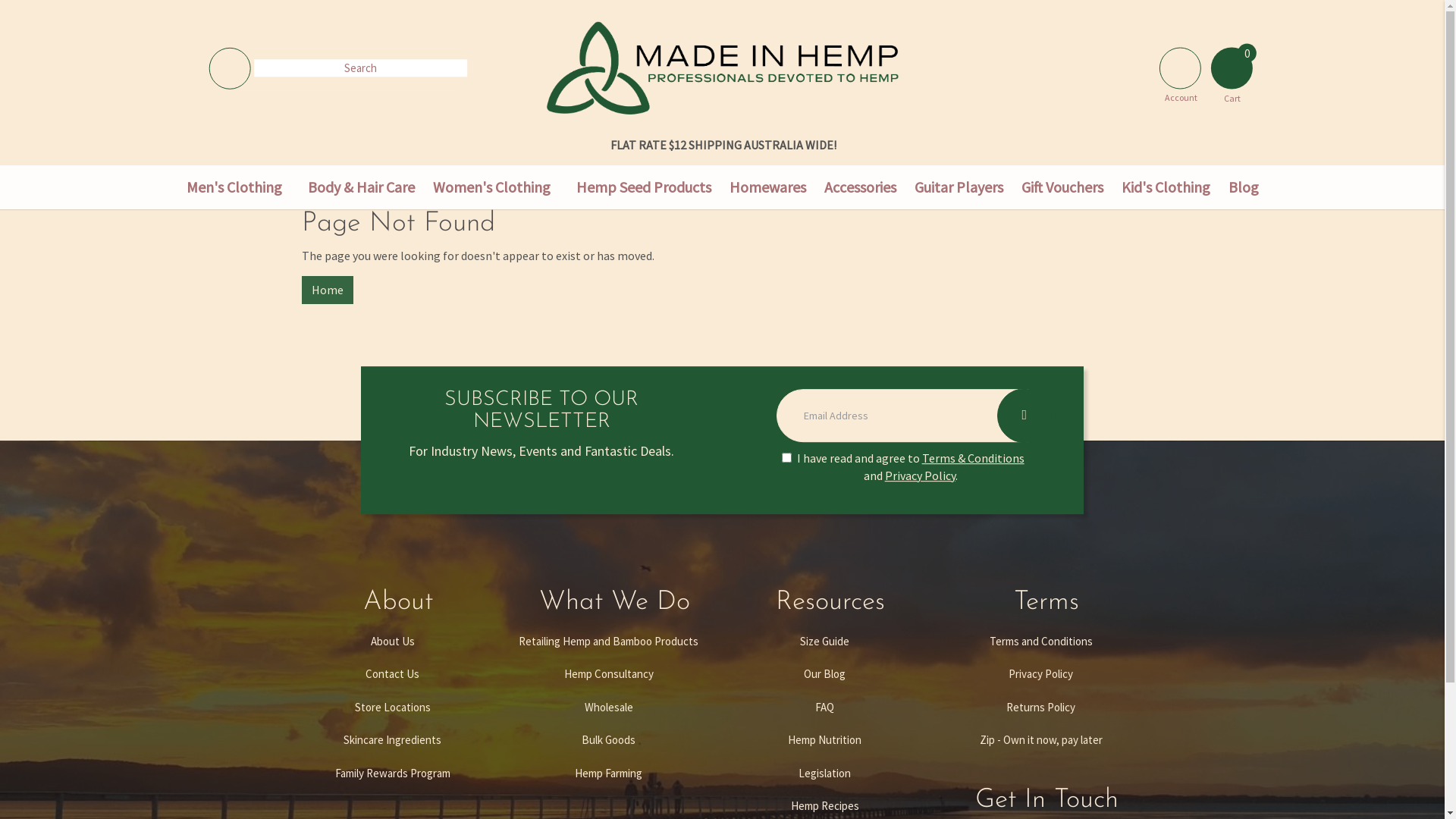  I want to click on 'Guitar Players', so click(958, 187).